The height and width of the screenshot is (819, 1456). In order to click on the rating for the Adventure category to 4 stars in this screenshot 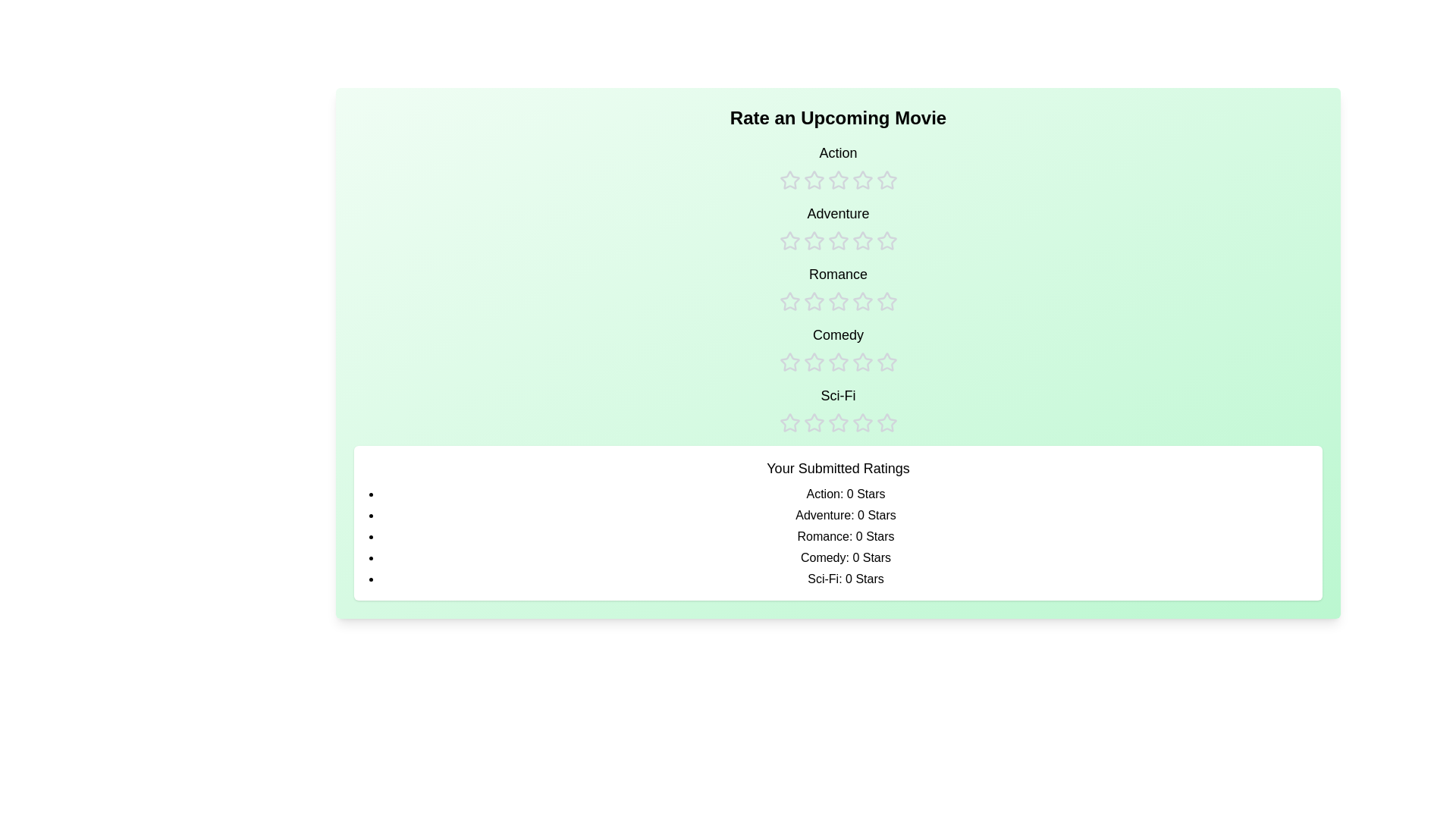, I will do `click(862, 227)`.